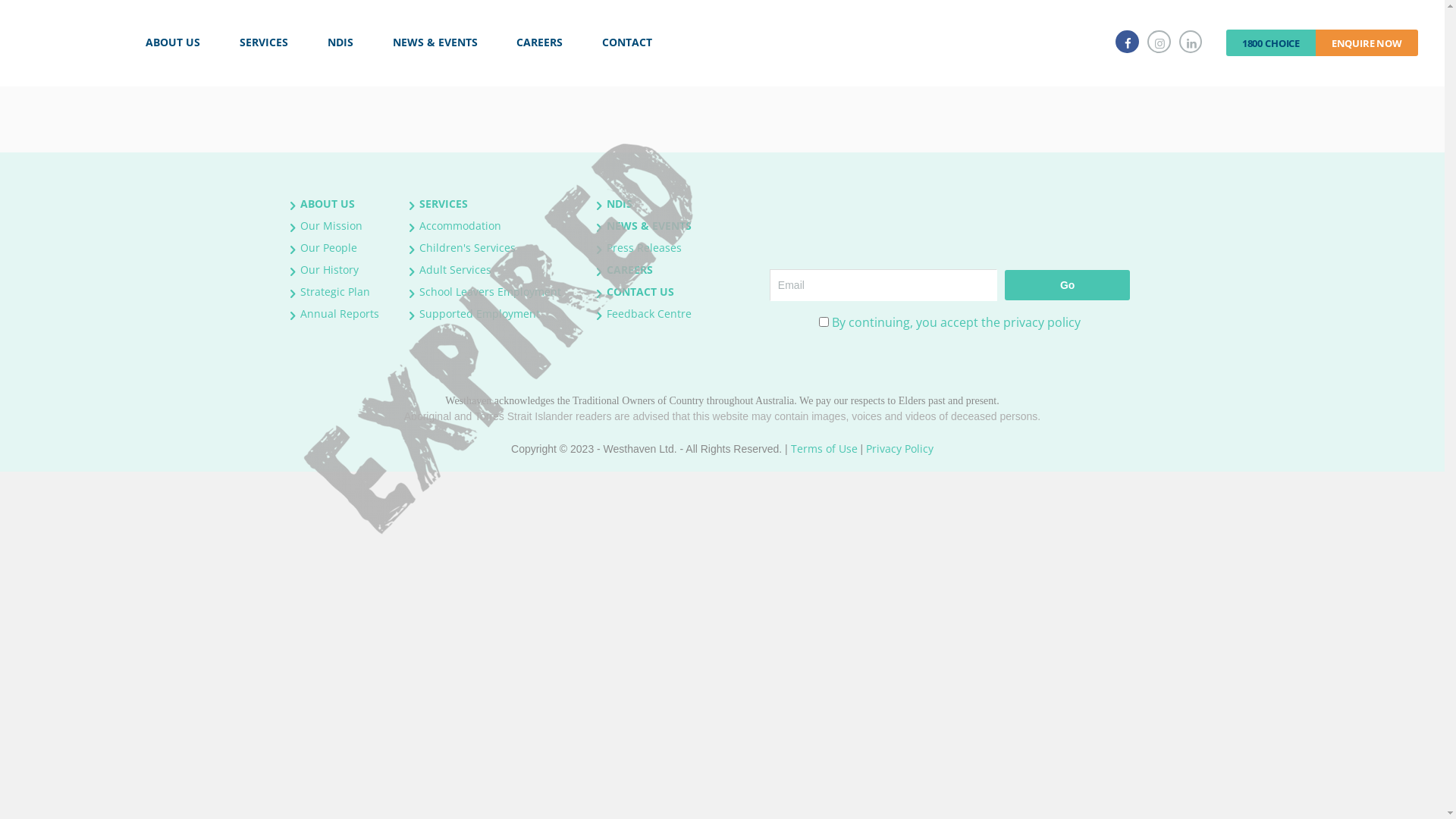 Image resolution: width=1456 pixels, height=819 pixels. Describe the element at coordinates (626, 42) in the screenshot. I see `'CONTACT'` at that location.